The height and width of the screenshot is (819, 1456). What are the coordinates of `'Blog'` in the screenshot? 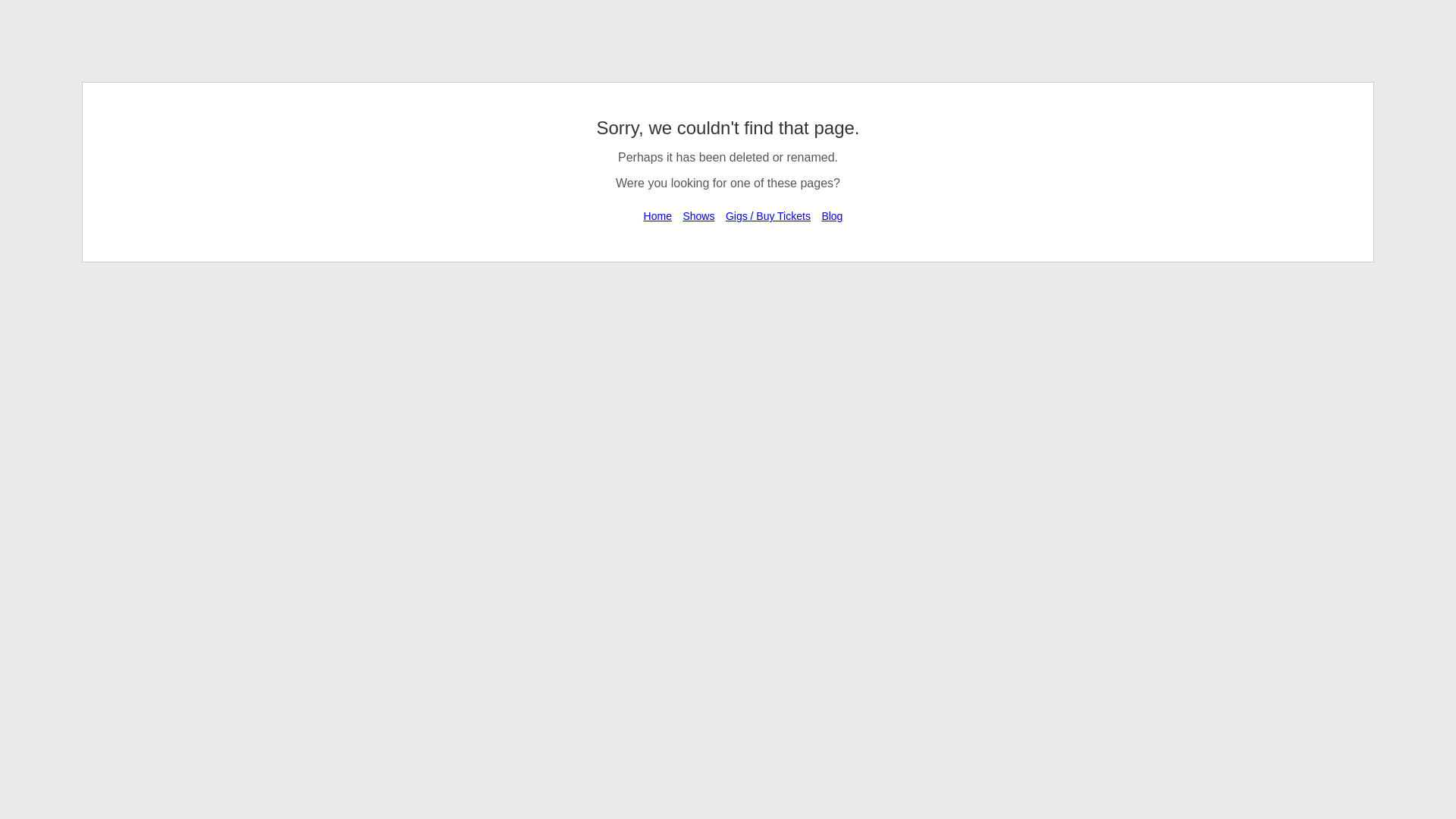 It's located at (831, 216).